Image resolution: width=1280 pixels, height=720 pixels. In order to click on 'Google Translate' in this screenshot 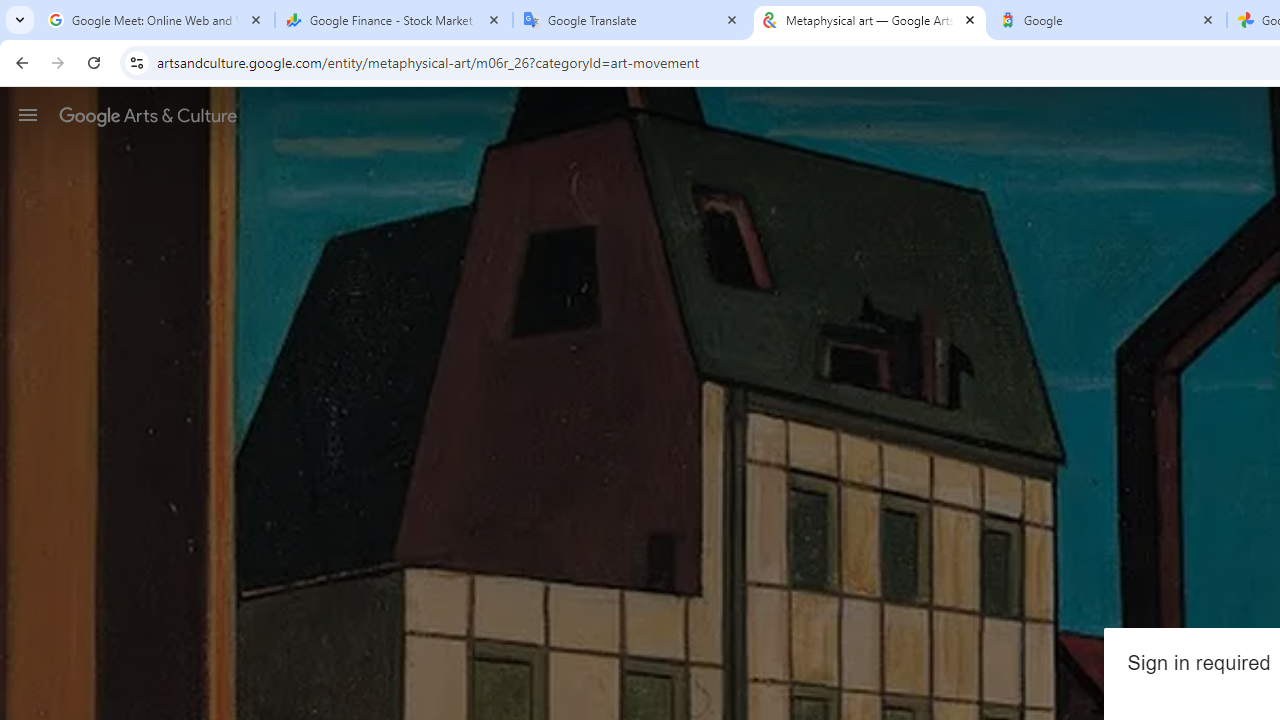, I will do `click(631, 20)`.